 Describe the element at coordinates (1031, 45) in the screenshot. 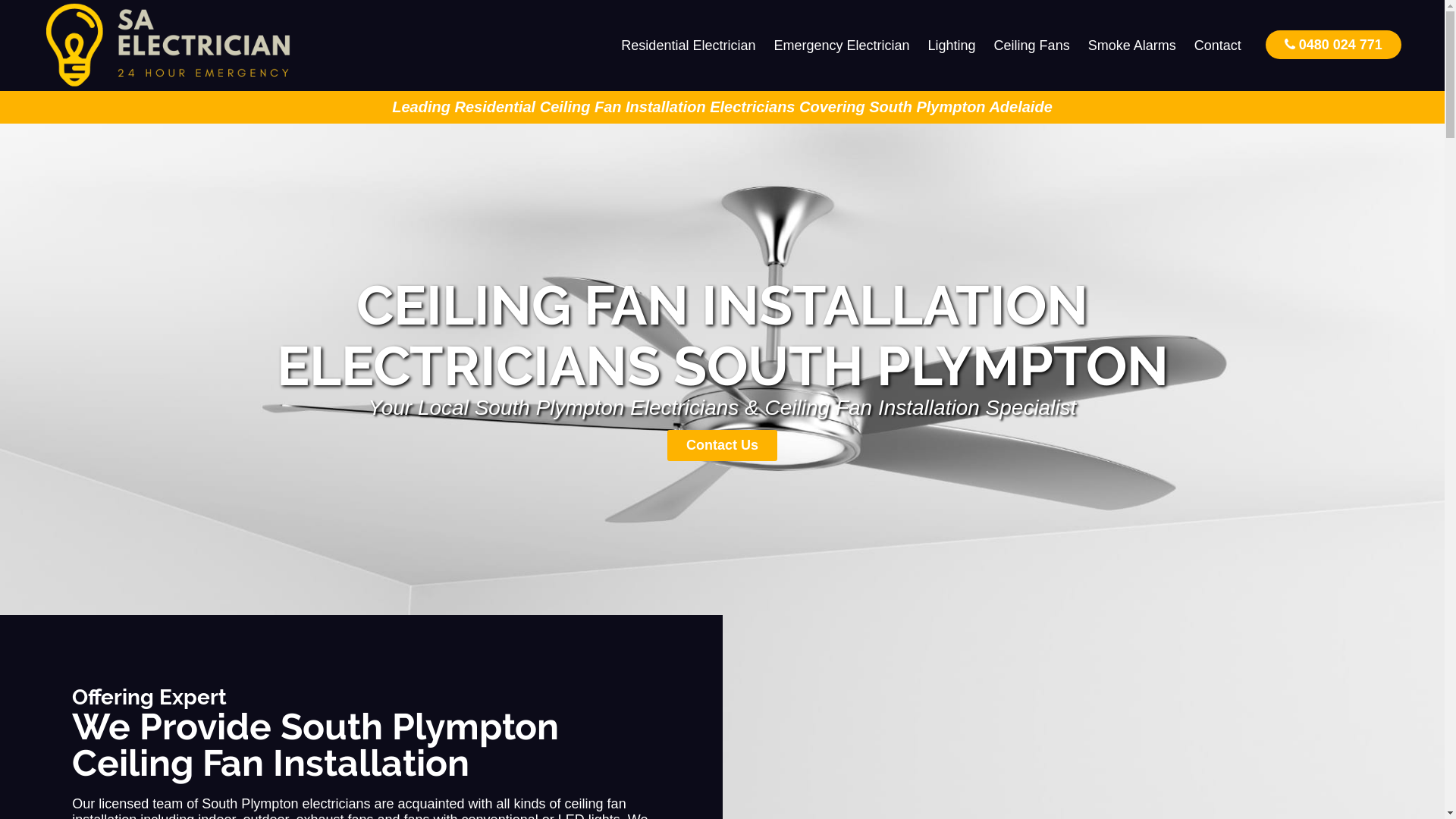

I see `'Ceiling Fans'` at that location.